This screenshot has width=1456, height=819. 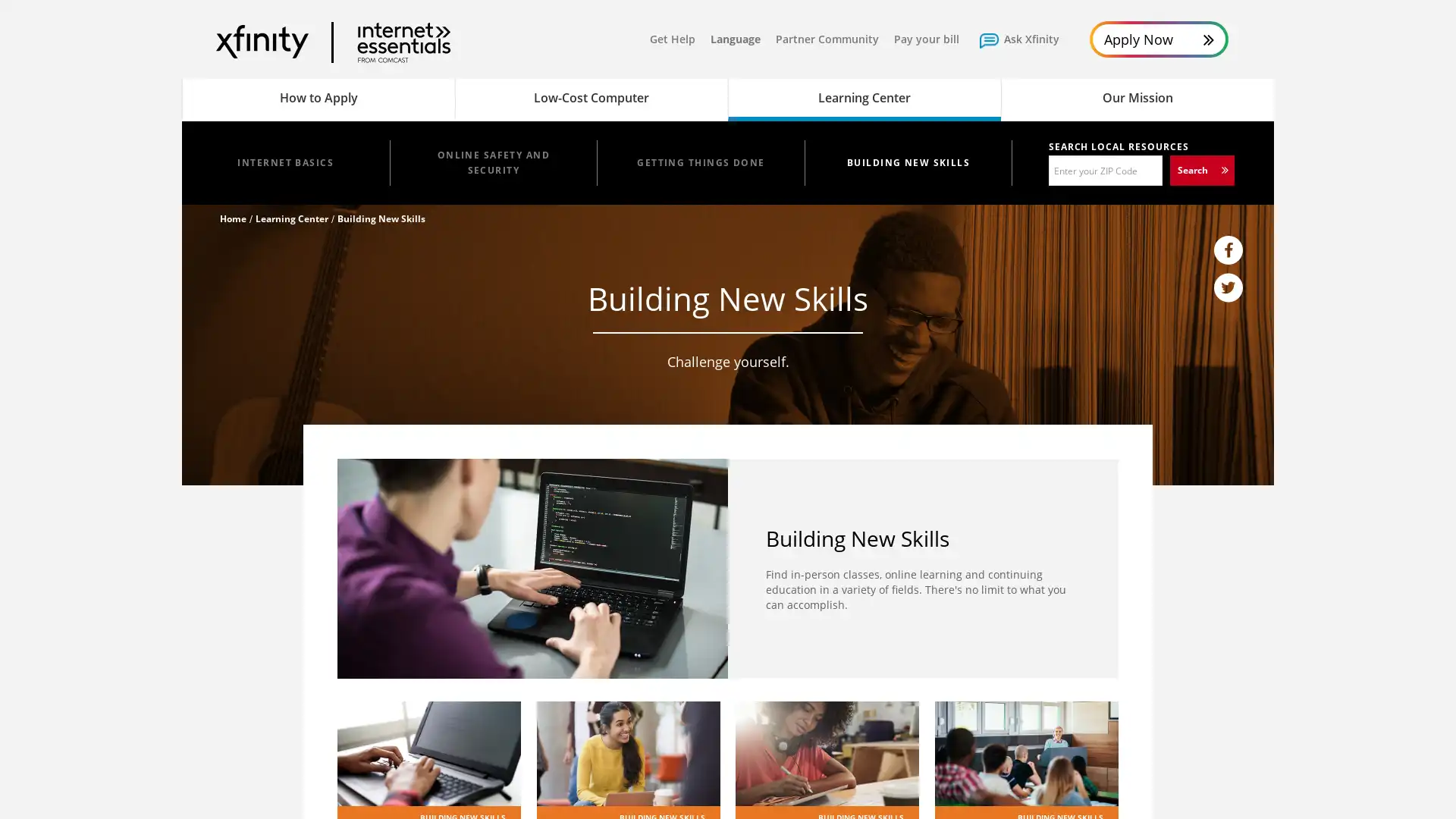 I want to click on Search, so click(x=1200, y=167).